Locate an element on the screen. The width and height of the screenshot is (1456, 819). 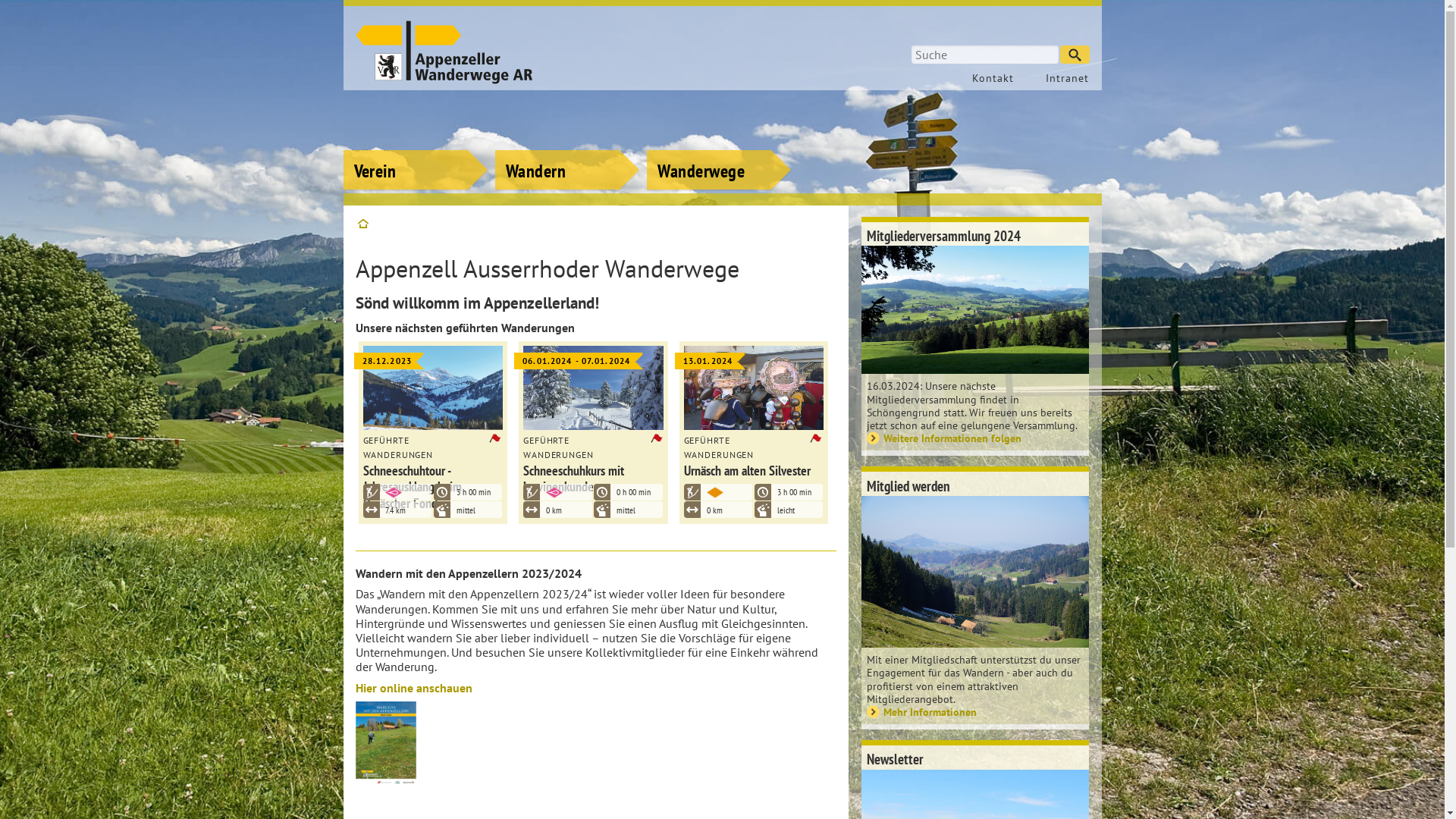
'Mitgliederversammlung 2024' is located at coordinates (975, 234).